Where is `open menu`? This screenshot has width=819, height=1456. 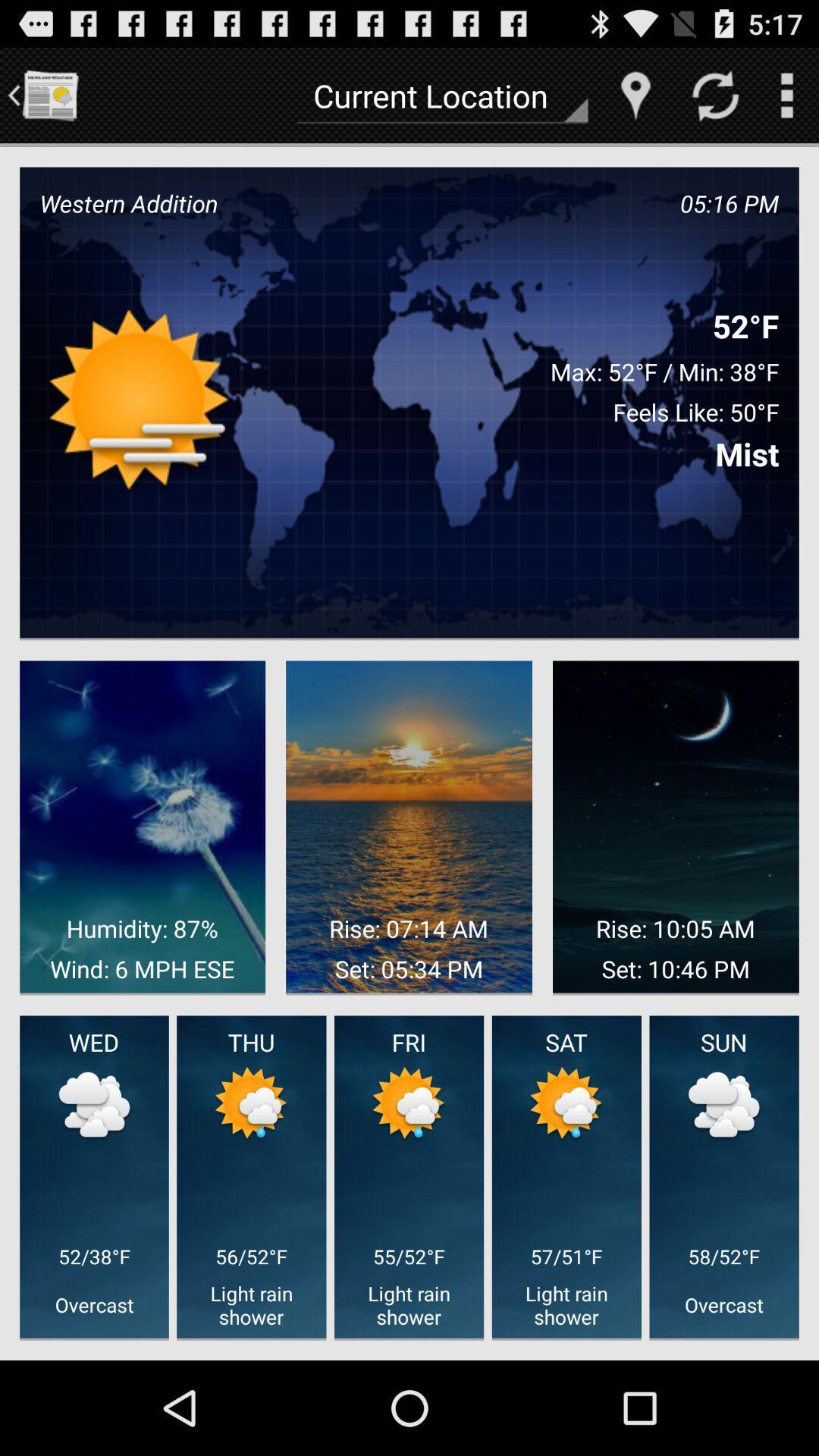
open menu is located at coordinates (786, 94).